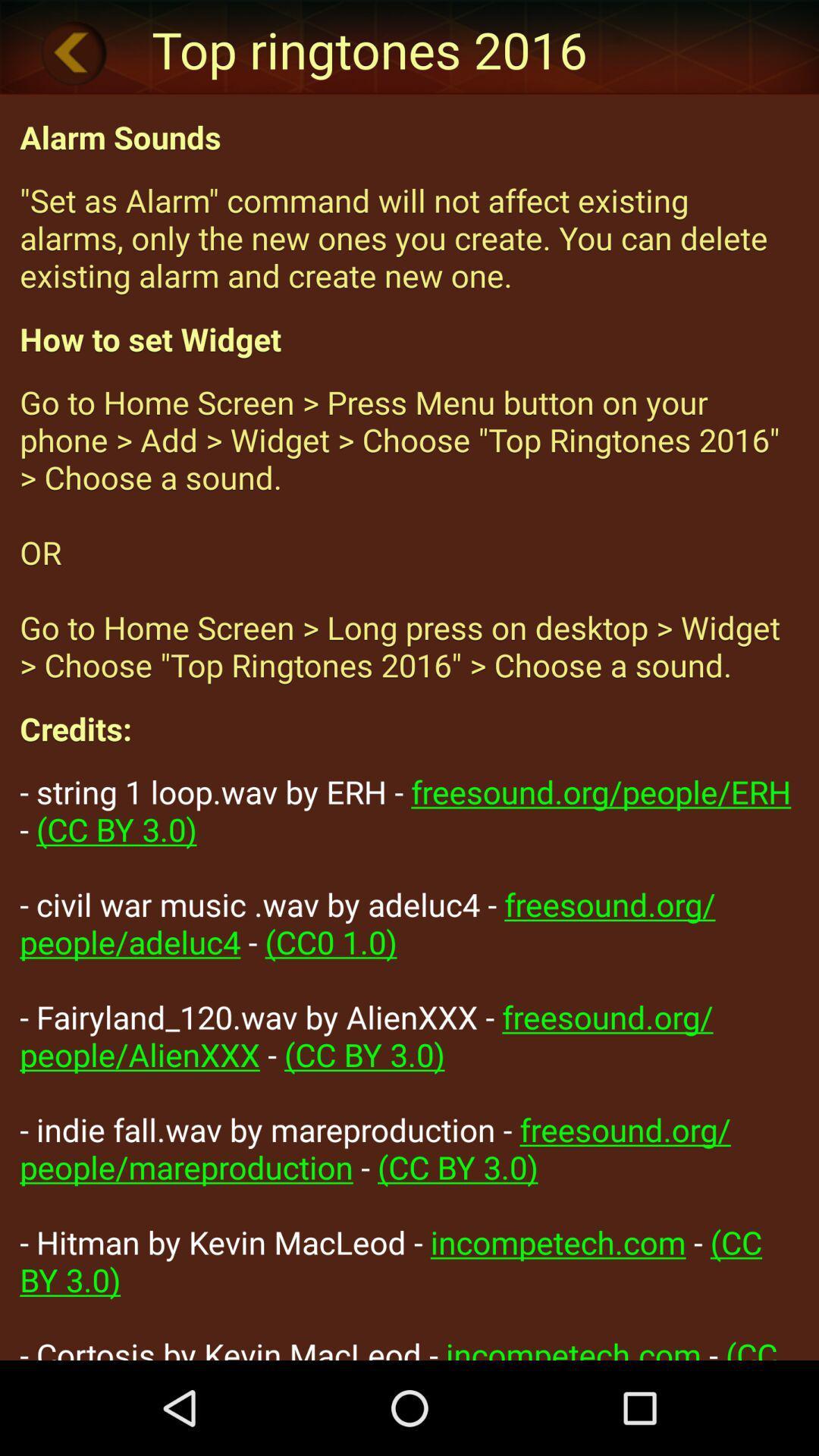  Describe the element at coordinates (74, 52) in the screenshot. I see `icon above the alarm sounds icon` at that location.